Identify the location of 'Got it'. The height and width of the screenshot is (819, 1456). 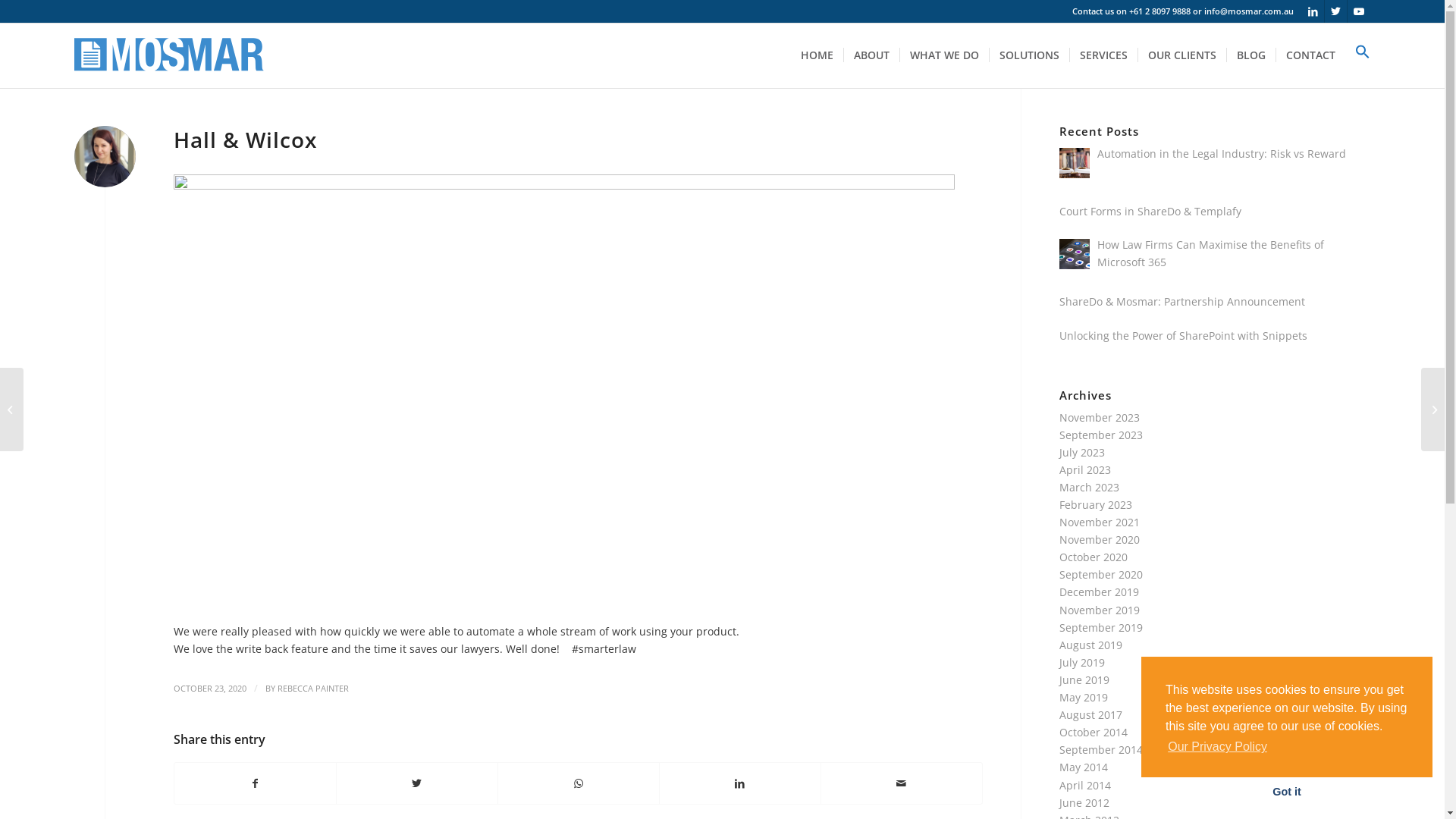
(1286, 791).